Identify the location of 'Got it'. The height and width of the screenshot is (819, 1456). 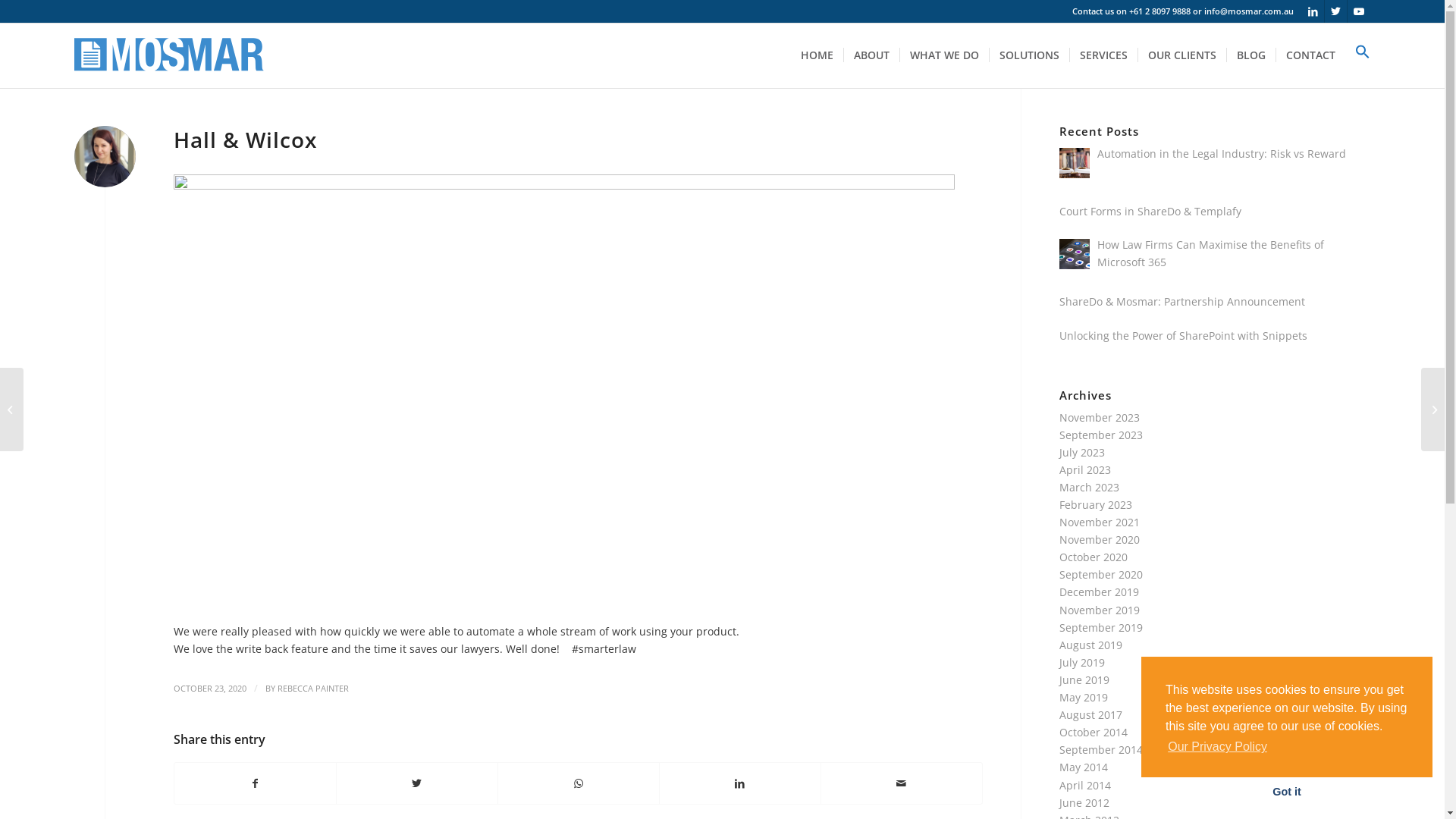
(1286, 791).